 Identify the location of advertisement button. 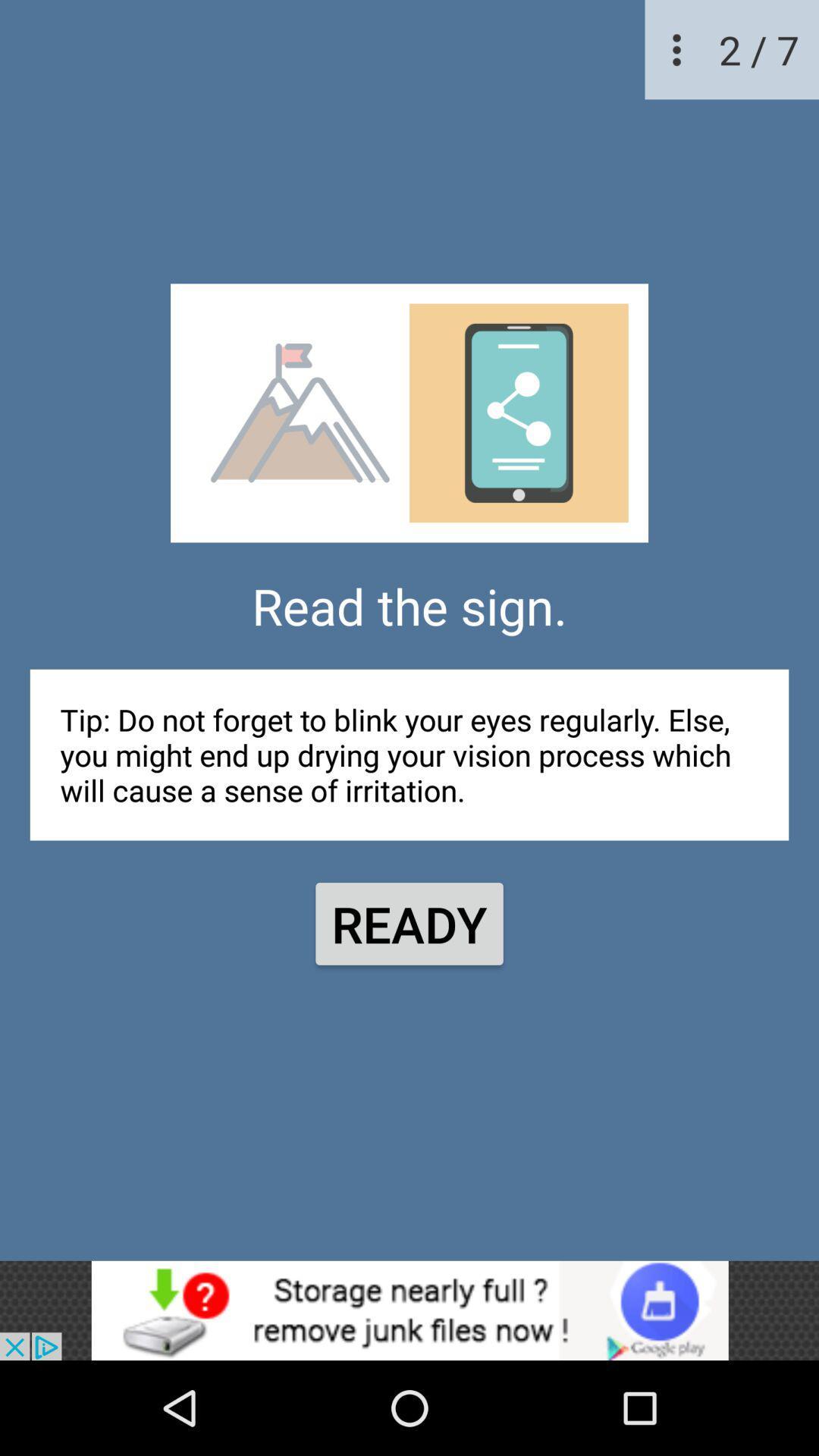
(409, 1310).